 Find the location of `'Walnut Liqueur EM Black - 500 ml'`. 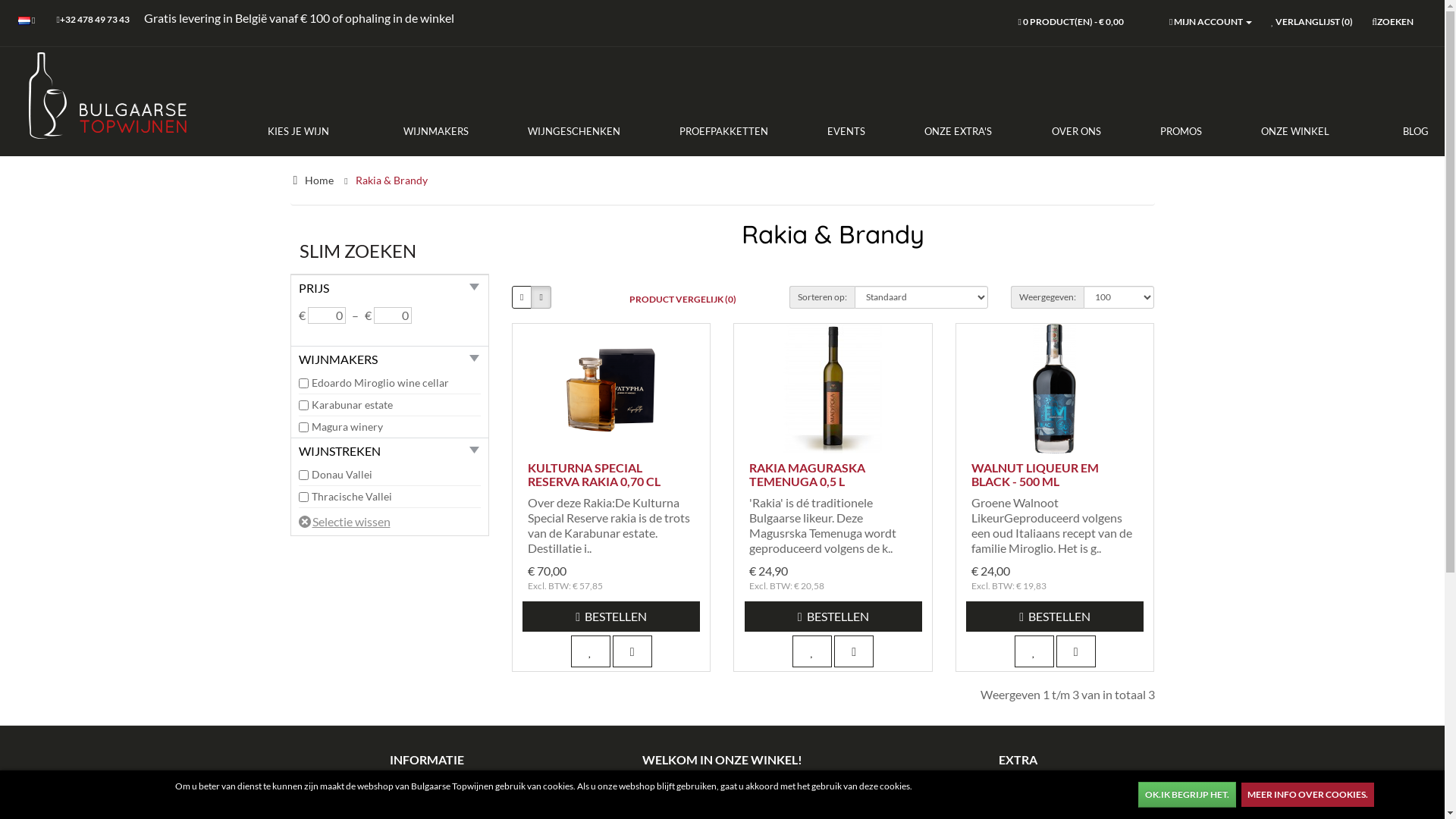

'Walnut Liqueur EM Black - 500 ml' is located at coordinates (1054, 388).